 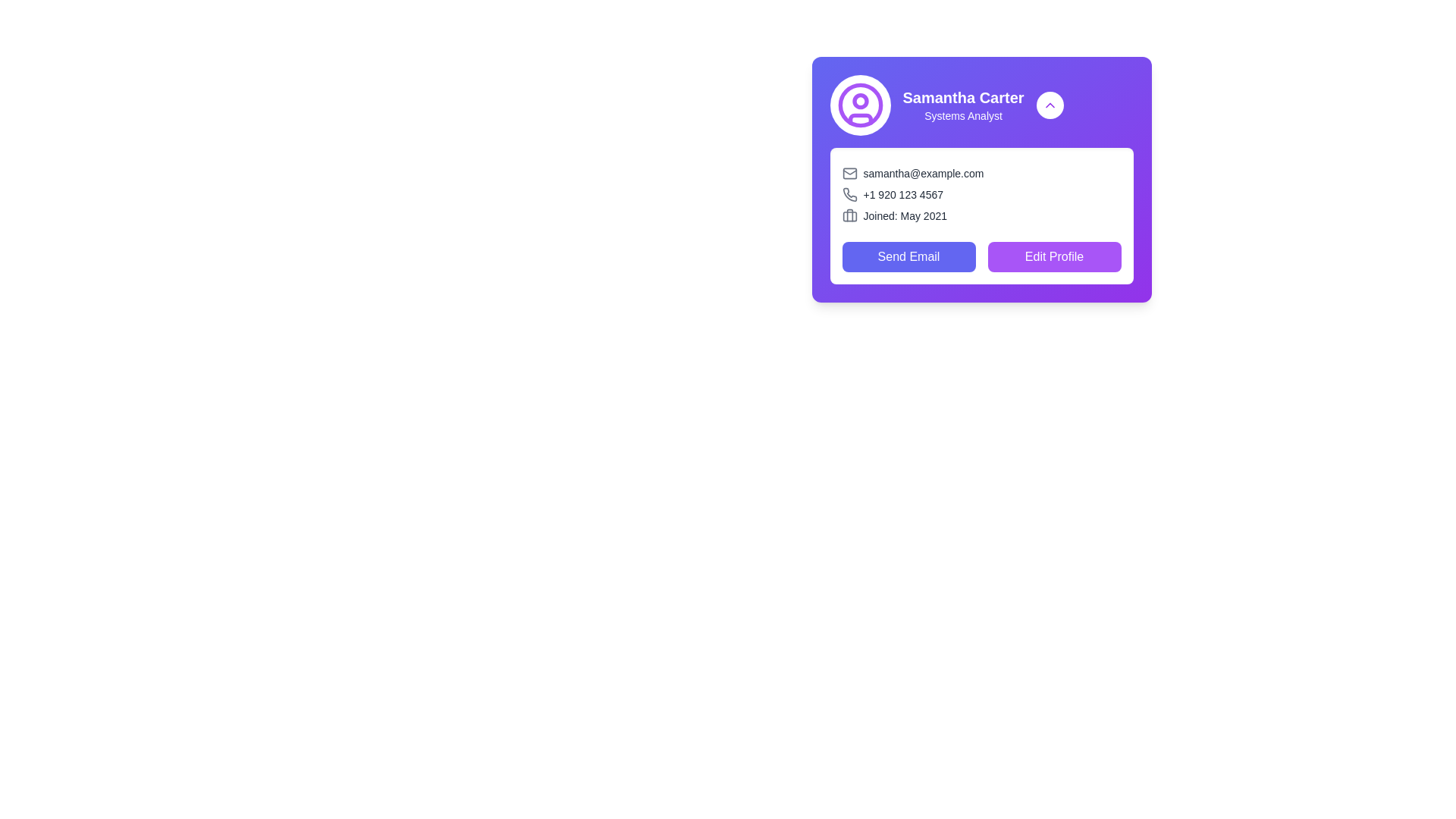 I want to click on the text label indicating the role or position of the profile's owner, located below 'Samantha Carter' and to the right of the user icon, so click(x=962, y=115).